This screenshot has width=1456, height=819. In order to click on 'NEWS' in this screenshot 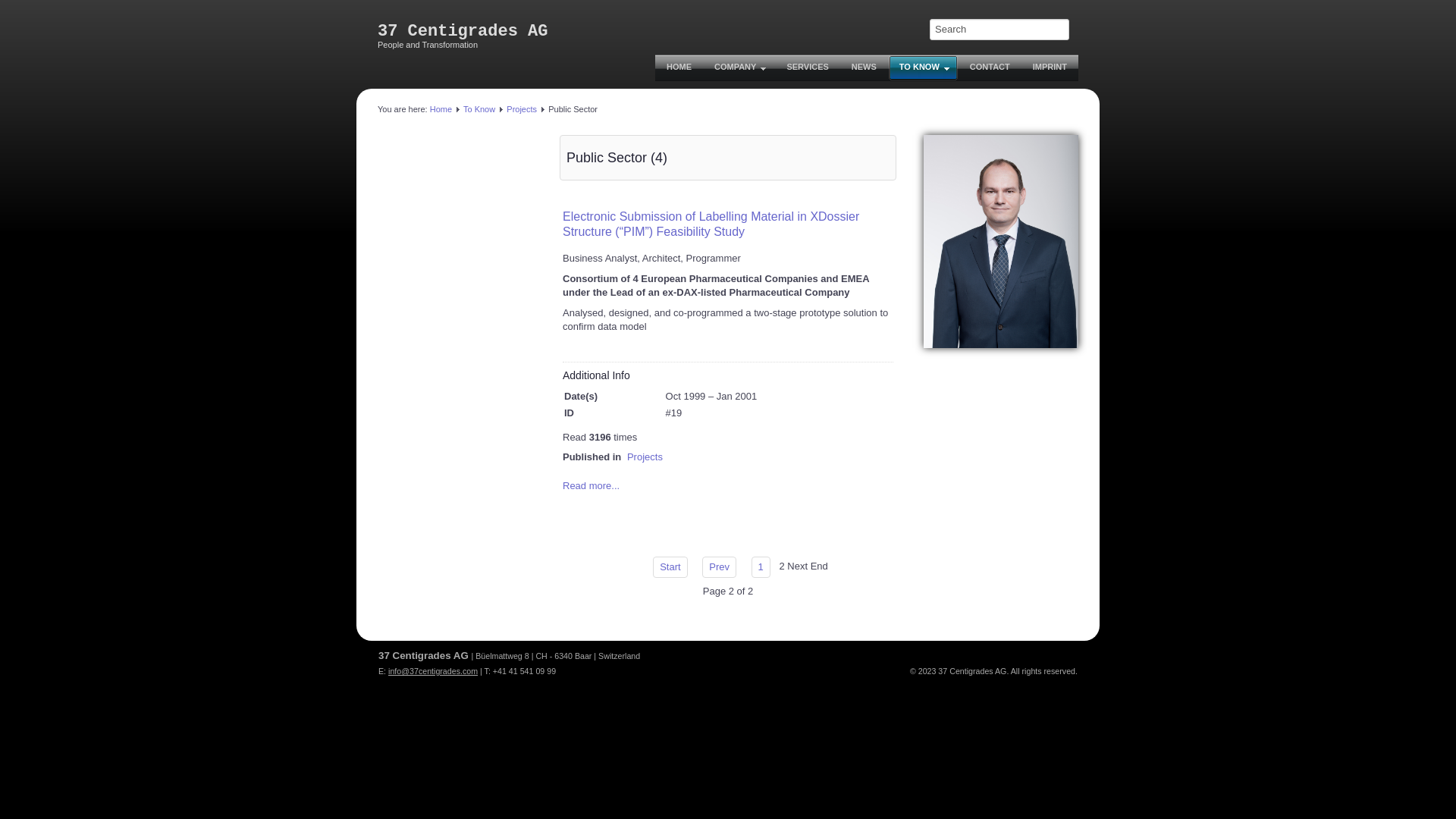, I will do `click(864, 67)`.